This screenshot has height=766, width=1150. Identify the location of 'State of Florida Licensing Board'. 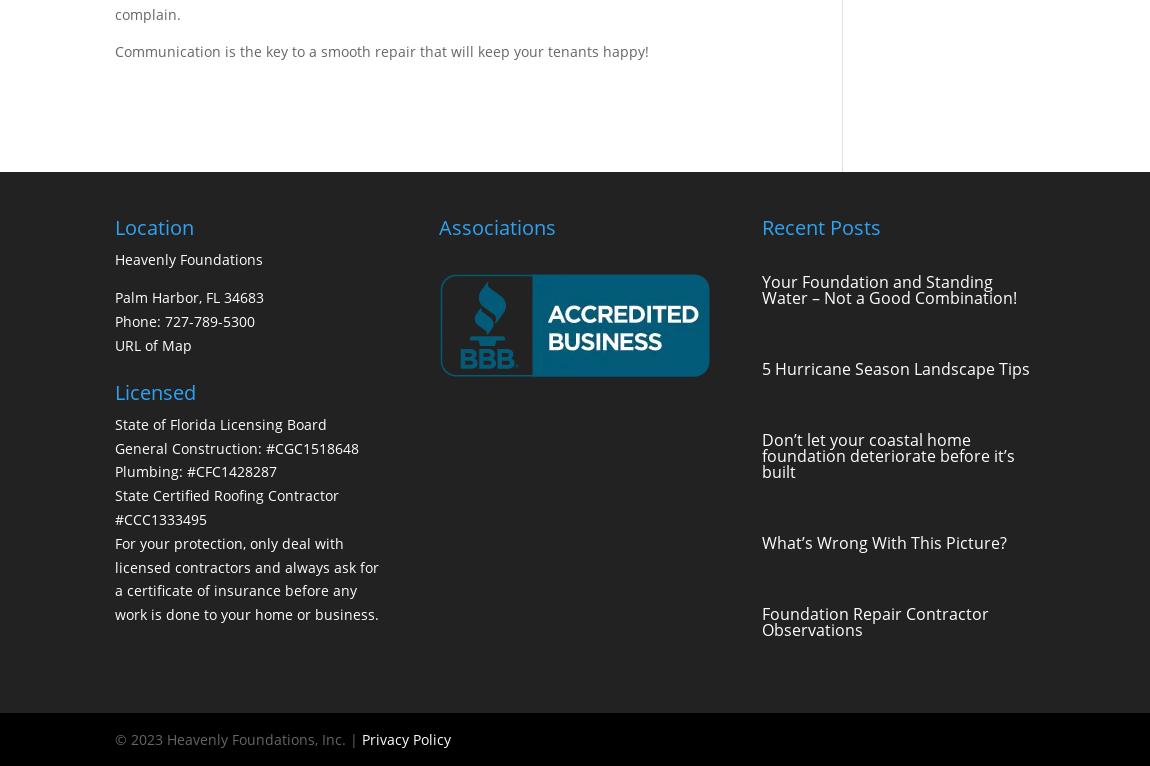
(220, 423).